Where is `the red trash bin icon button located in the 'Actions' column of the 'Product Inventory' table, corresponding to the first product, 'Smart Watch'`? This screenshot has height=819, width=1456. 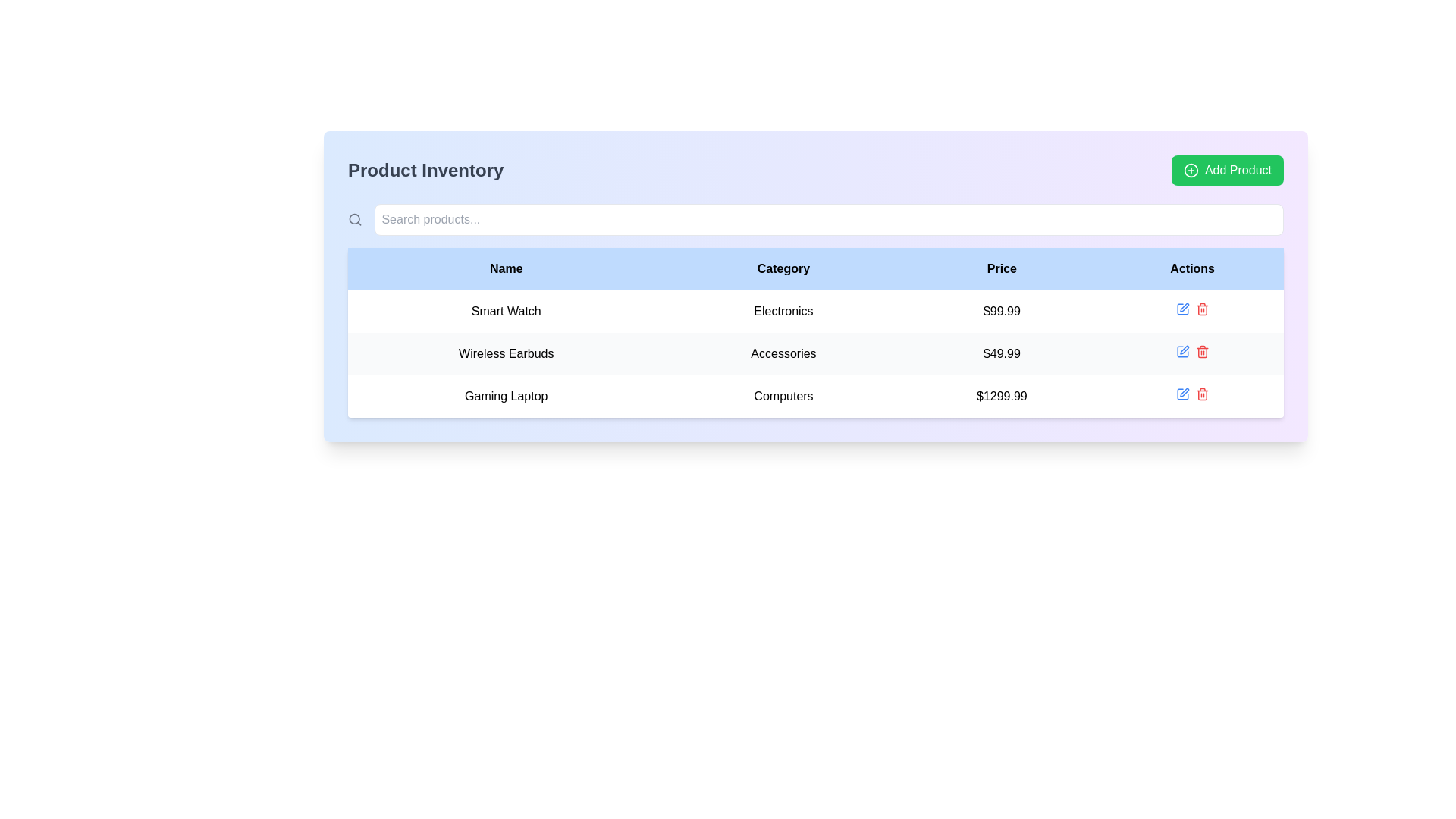
the red trash bin icon button located in the 'Actions' column of the 'Product Inventory' table, corresponding to the first product, 'Smart Watch' is located at coordinates (1201, 309).